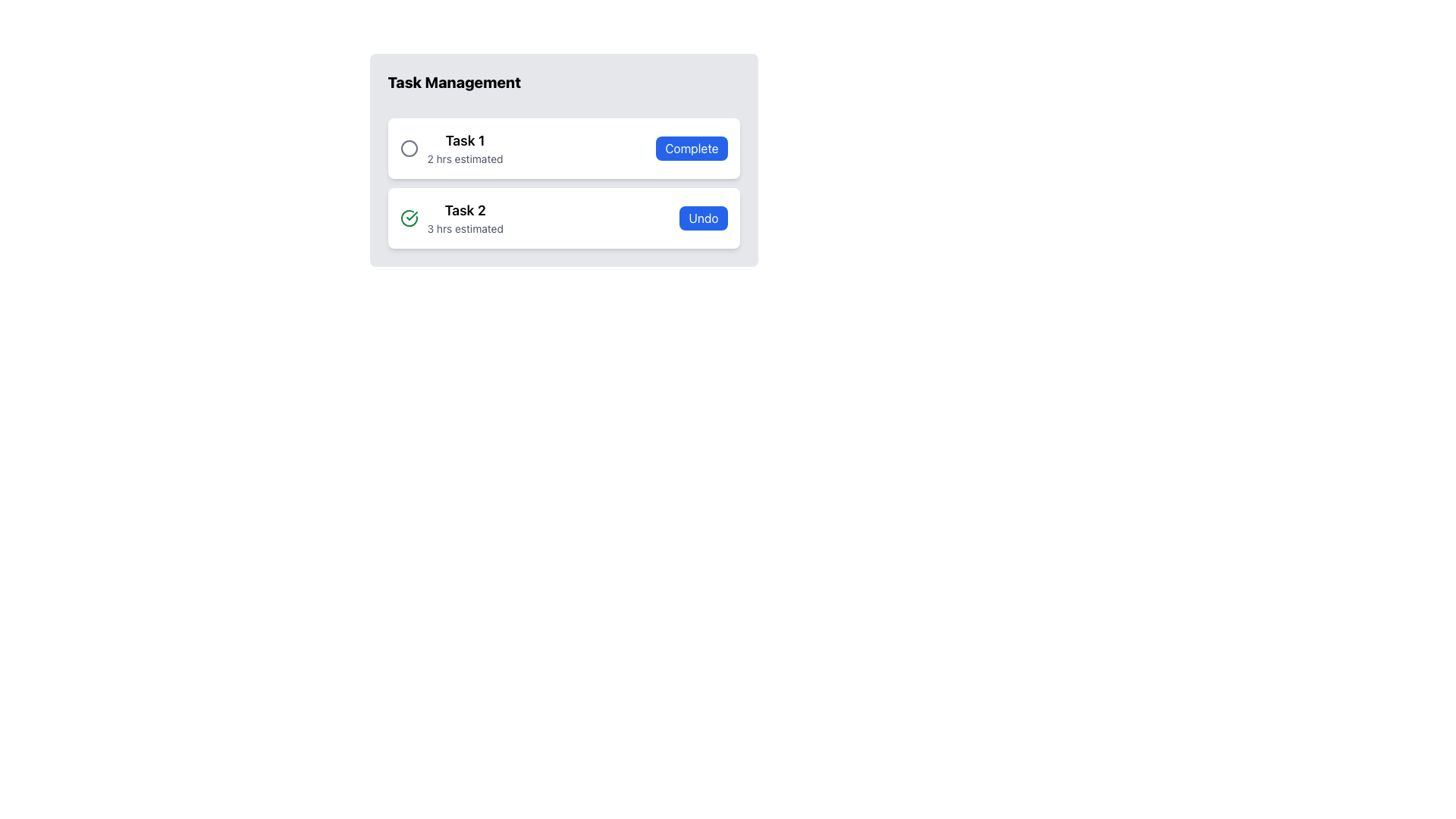 The width and height of the screenshot is (1456, 819). I want to click on the 'Complete' button with a blue background and white text, so click(691, 149).